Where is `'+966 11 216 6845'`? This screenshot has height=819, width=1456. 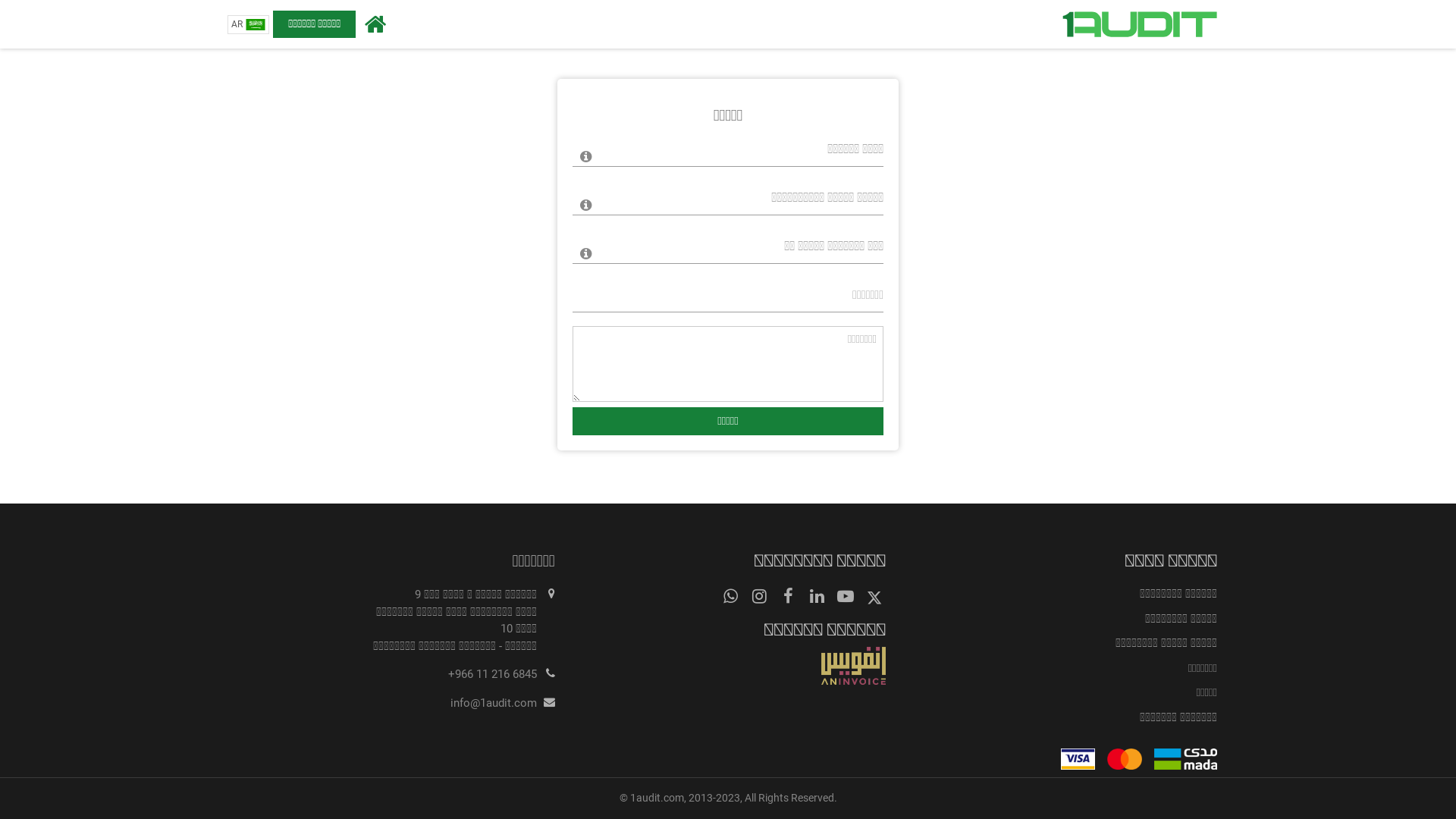
'+966 11 216 6845' is located at coordinates (492, 673).